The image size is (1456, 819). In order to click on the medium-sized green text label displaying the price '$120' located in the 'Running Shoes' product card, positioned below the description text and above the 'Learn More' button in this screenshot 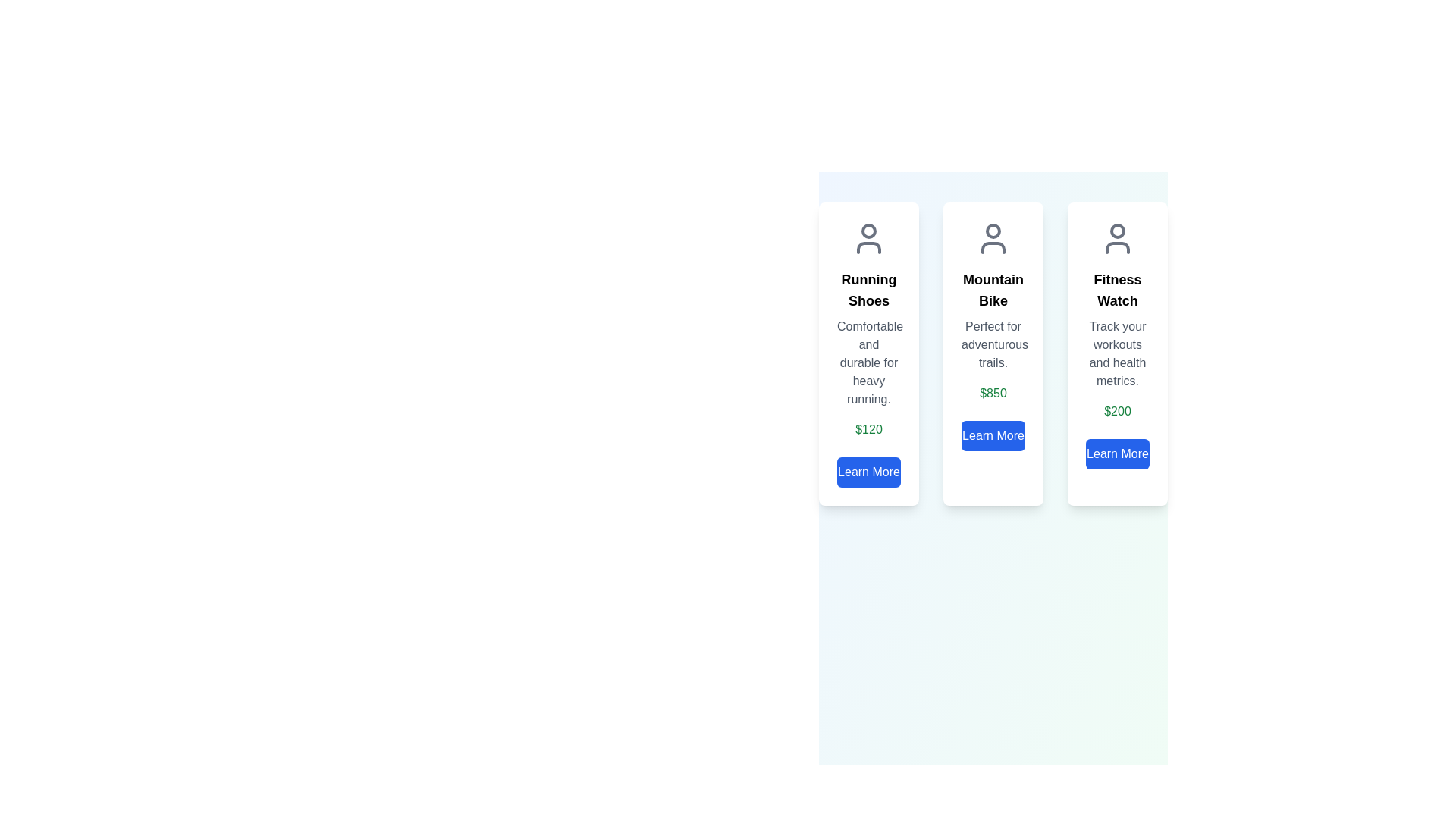, I will do `click(869, 430)`.